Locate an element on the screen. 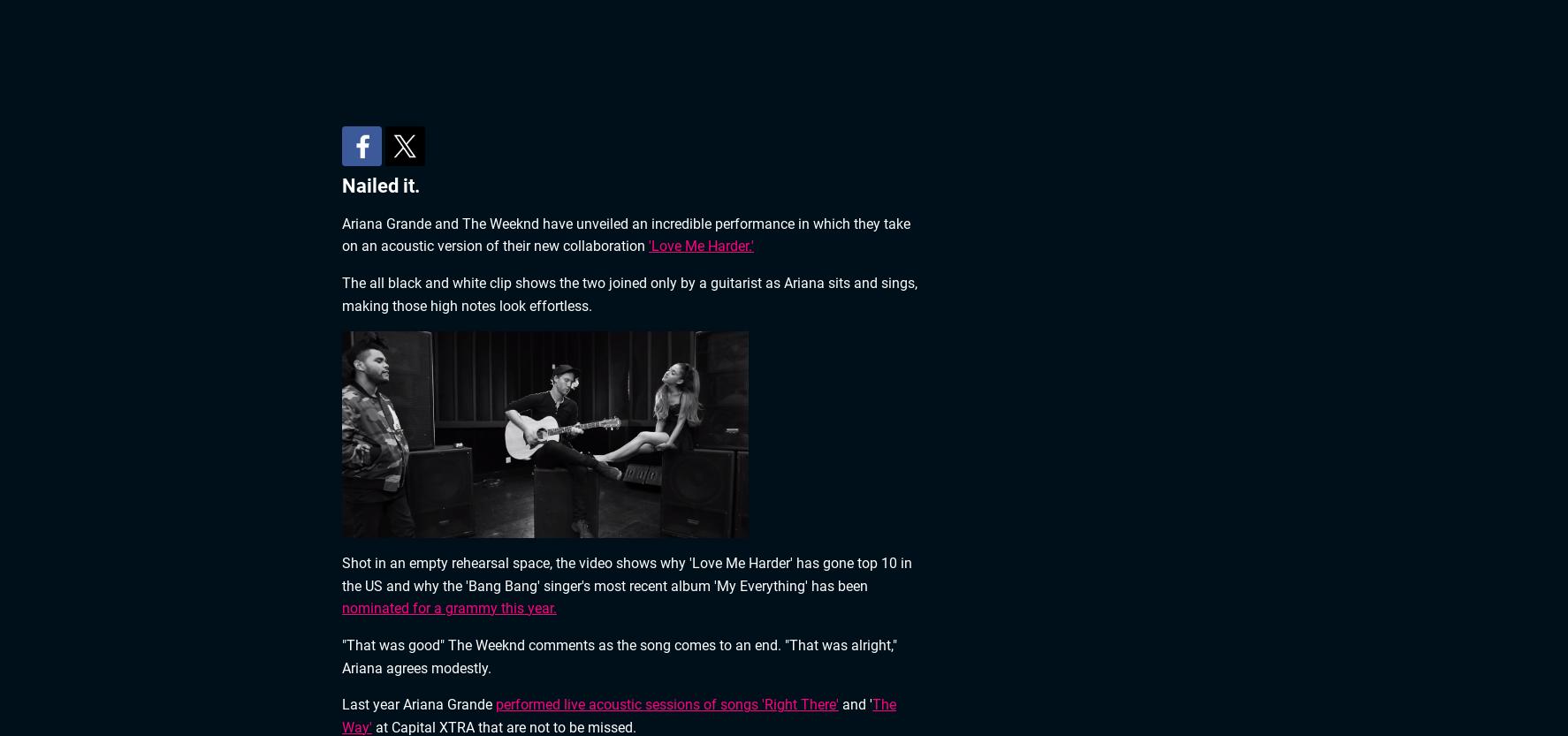  ''Love Me Harder.'' is located at coordinates (700, 246).